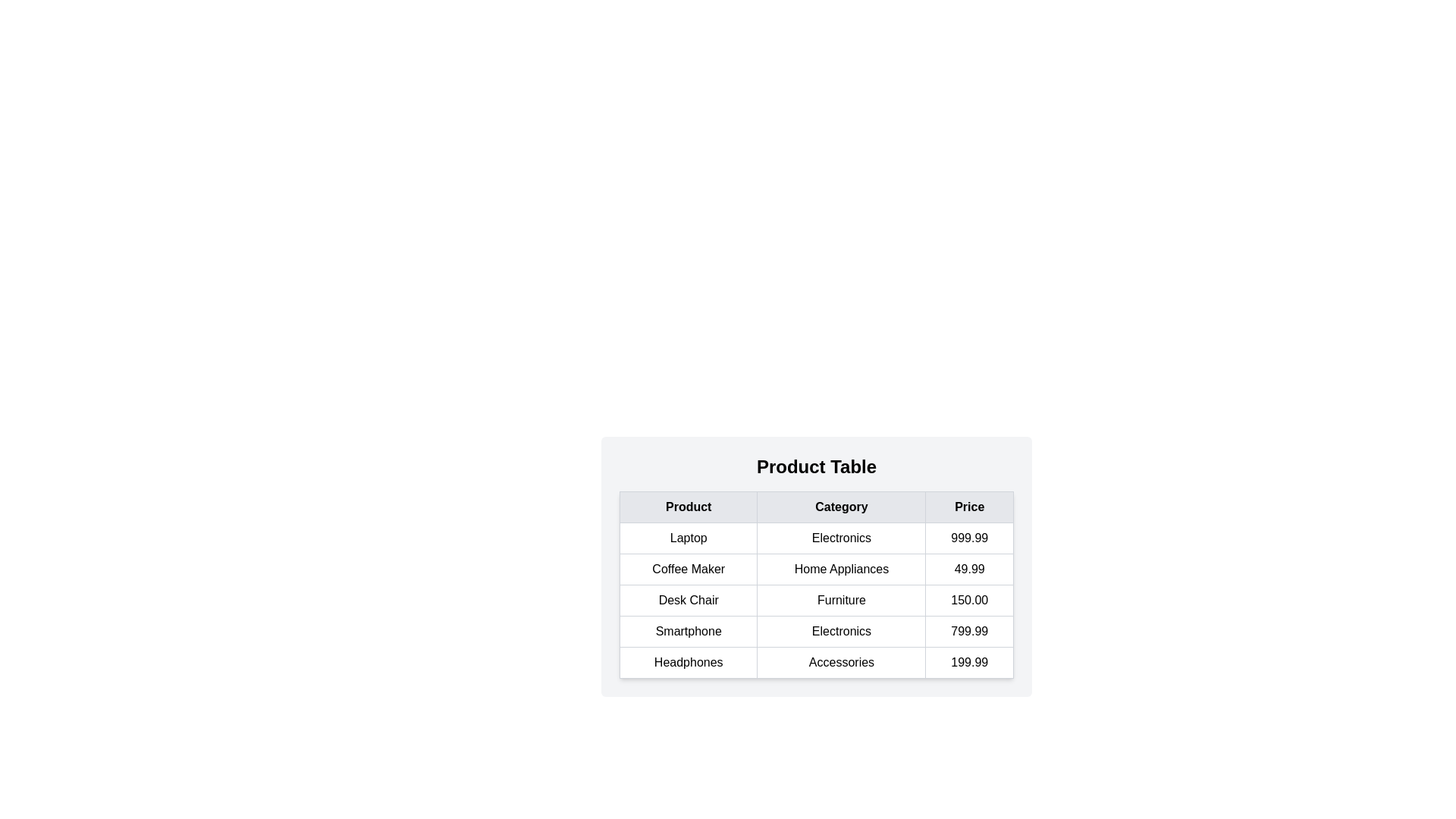 Image resolution: width=1456 pixels, height=819 pixels. What do you see at coordinates (815, 632) in the screenshot?
I see `the fourth row in the table containing the text 'Smartphone' in the first cell, 'Electronics' in the second cell, and '799.99' in the third cell` at bounding box center [815, 632].